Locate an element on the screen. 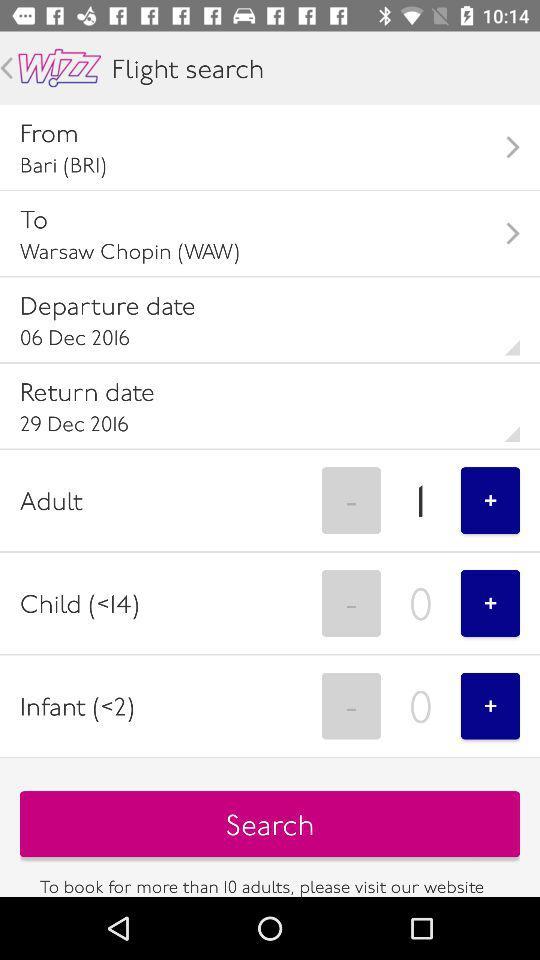 This screenshot has height=960, width=540. option next to infant2 is located at coordinates (350, 706).